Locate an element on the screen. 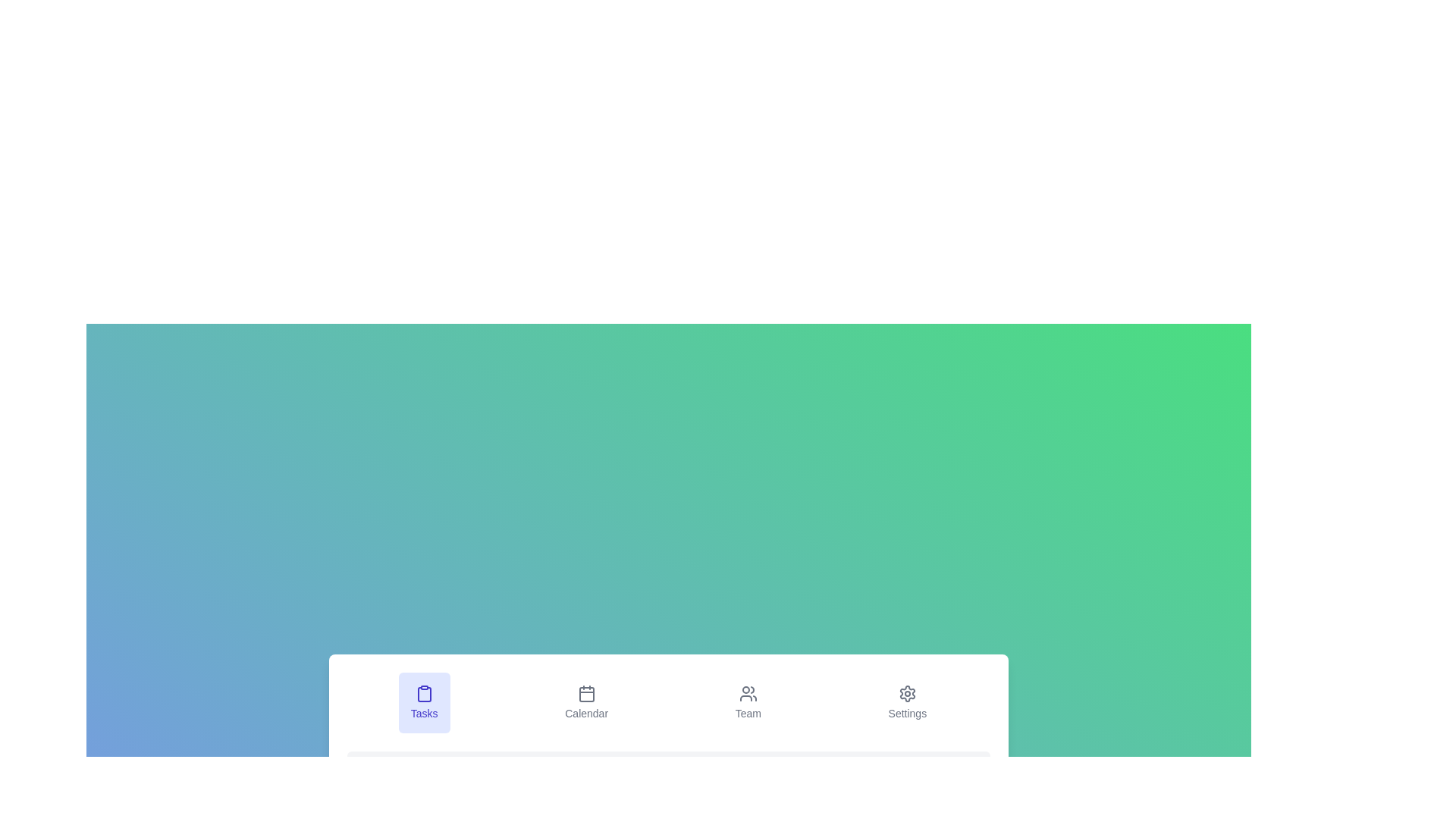  the gear icon within the settings button located on the far right of the horizontal menu at the bottom of the interface is located at coordinates (907, 693).